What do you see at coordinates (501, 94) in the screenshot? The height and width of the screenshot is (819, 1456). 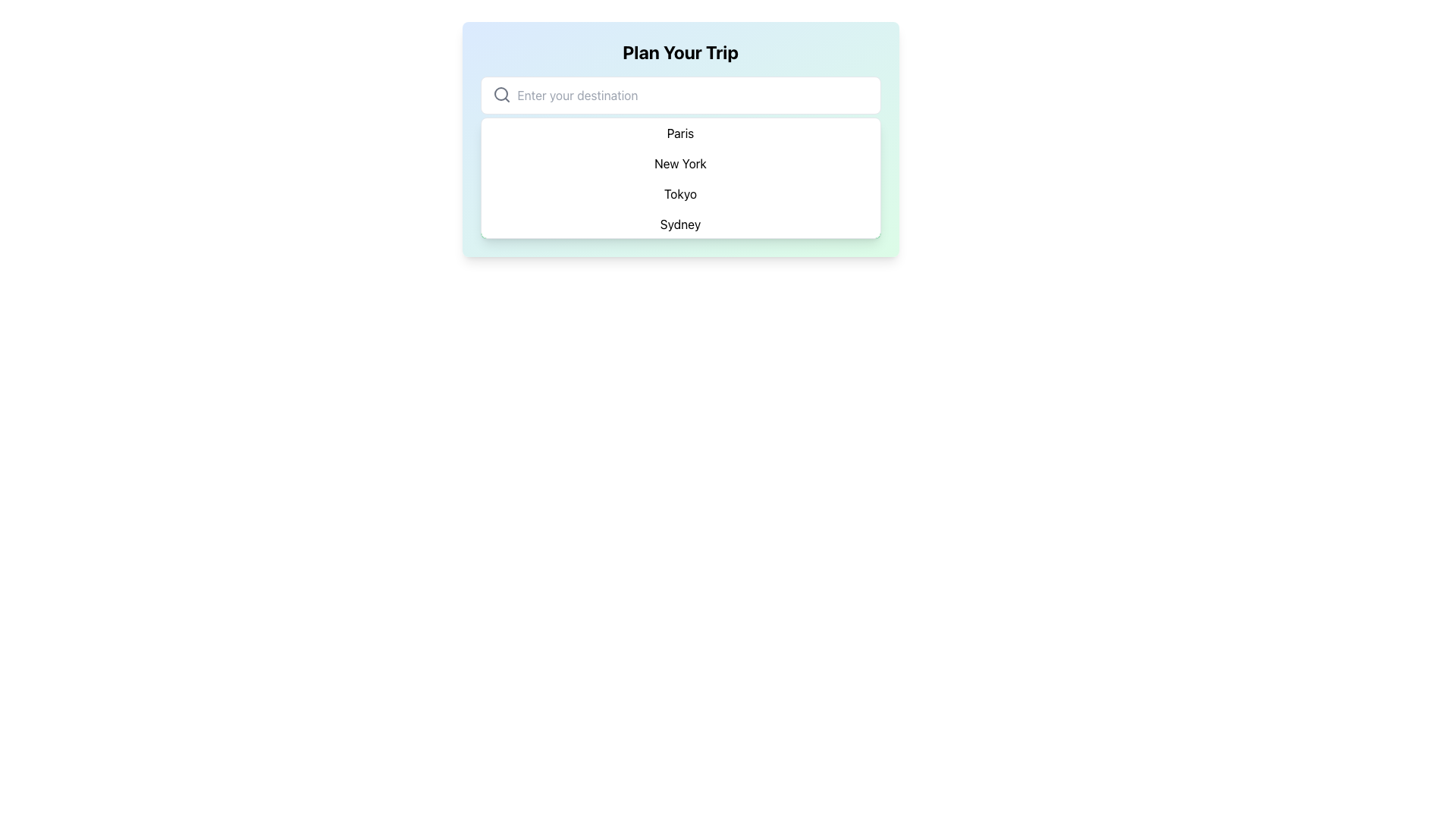 I see `the input field associated with the gray magnifying glass icon located on the far left side of the input field in the 'Plan Your Trip' section` at bounding box center [501, 94].